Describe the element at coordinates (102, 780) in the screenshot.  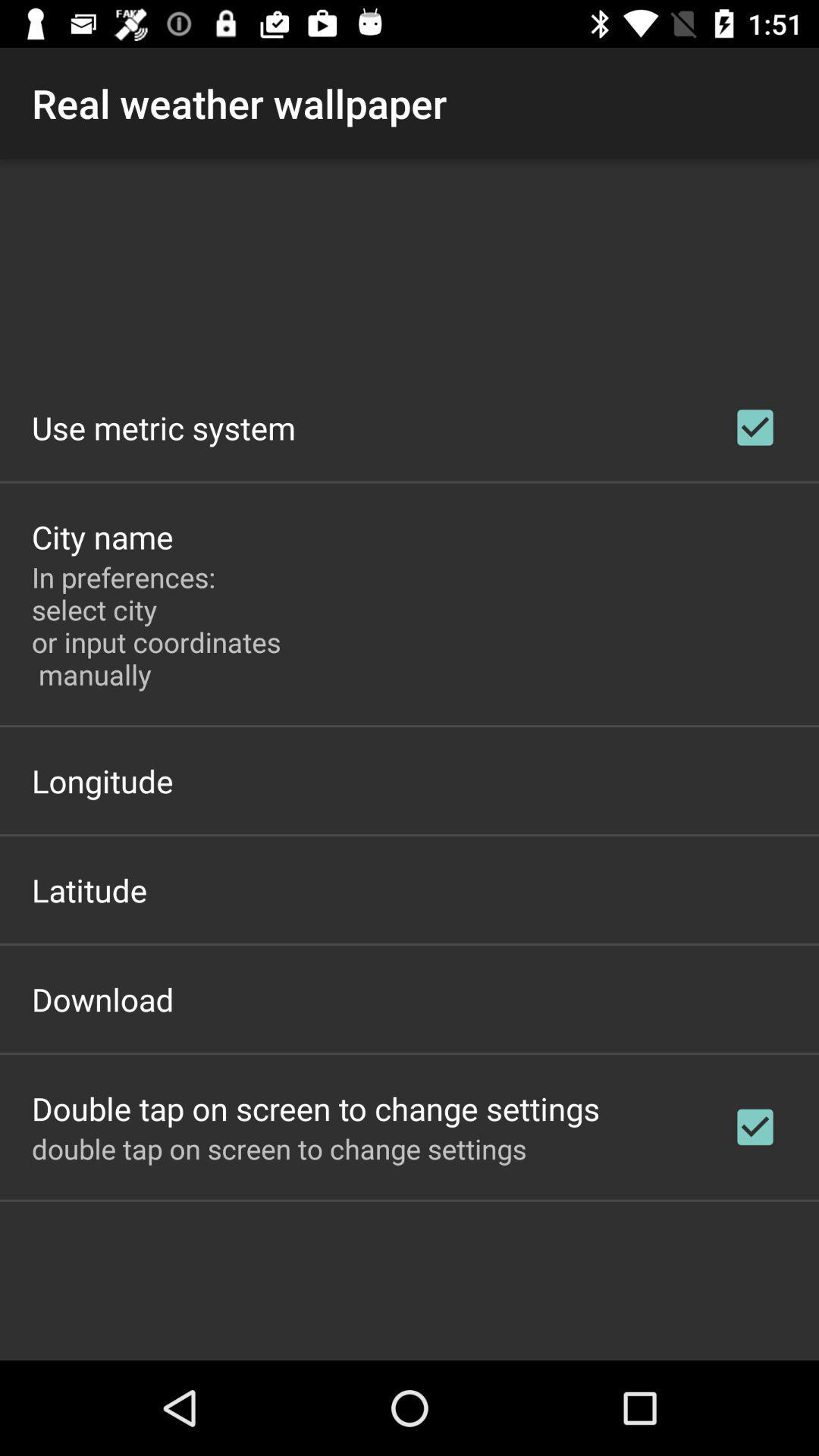
I see `the app above latitude` at that location.